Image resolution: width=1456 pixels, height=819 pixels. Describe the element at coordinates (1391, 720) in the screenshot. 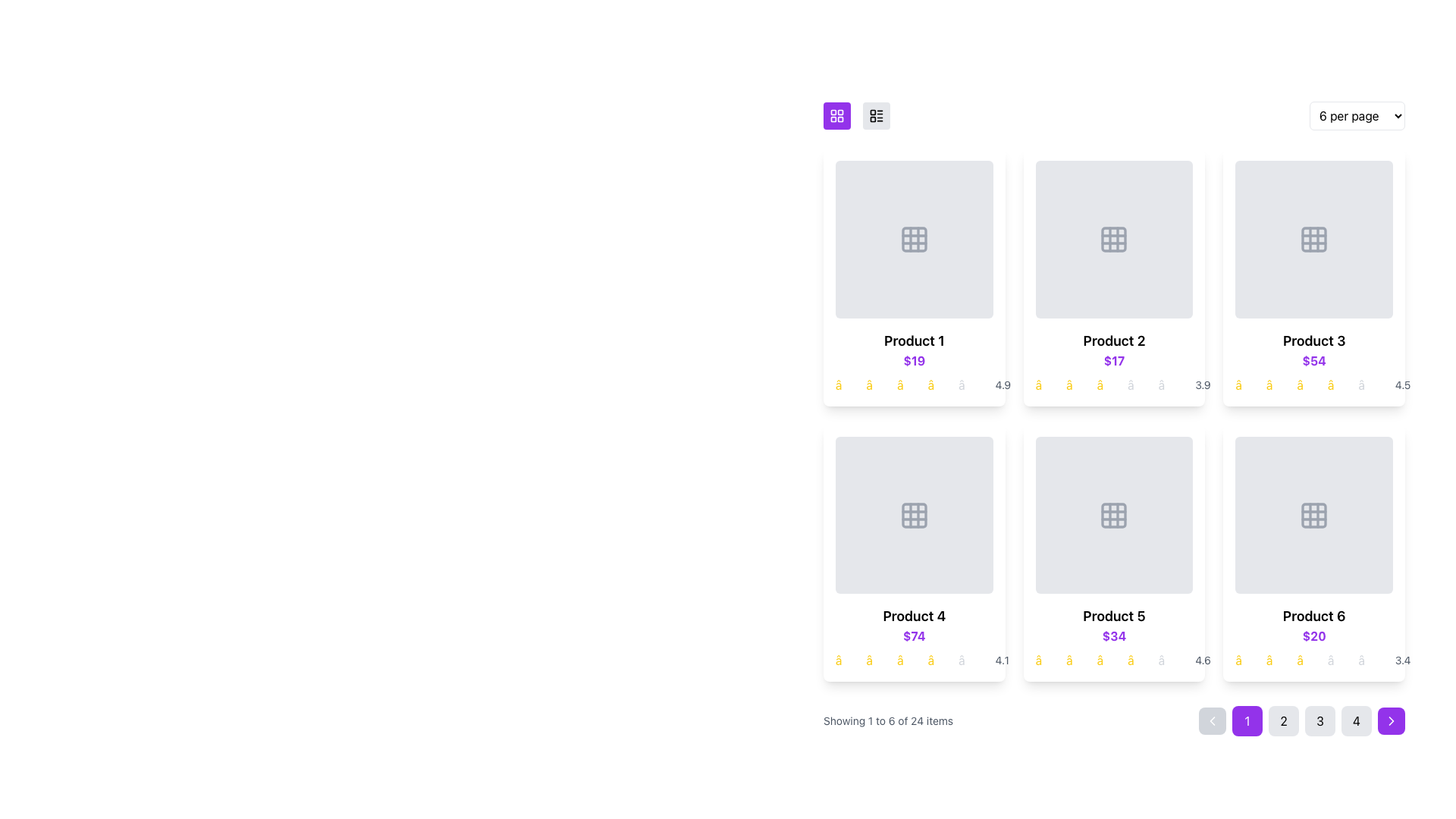

I see `the button with chevron icon located at the bottom-right corner of the interface` at that location.